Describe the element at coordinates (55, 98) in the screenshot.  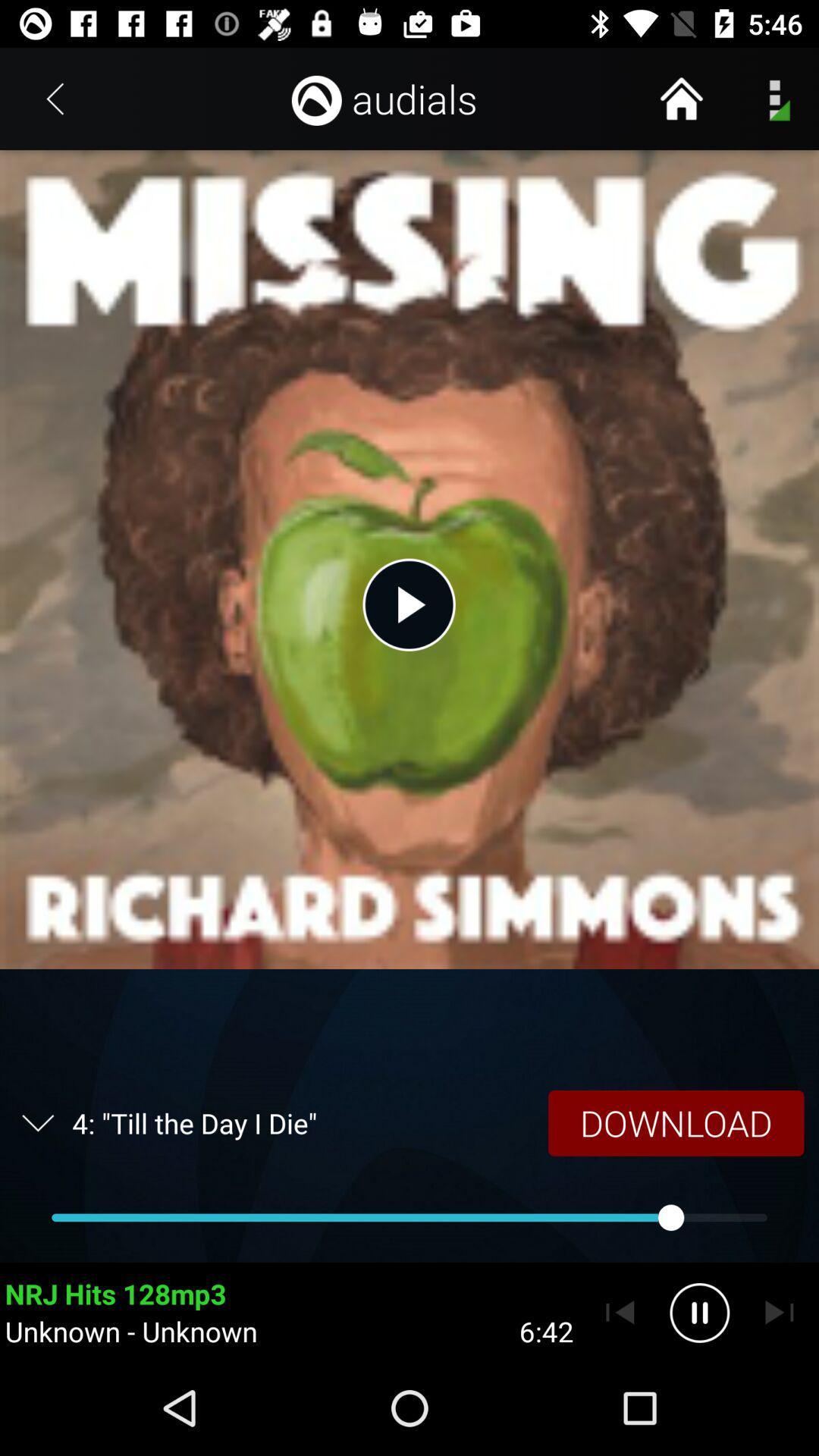
I see `icon at the top left corner` at that location.